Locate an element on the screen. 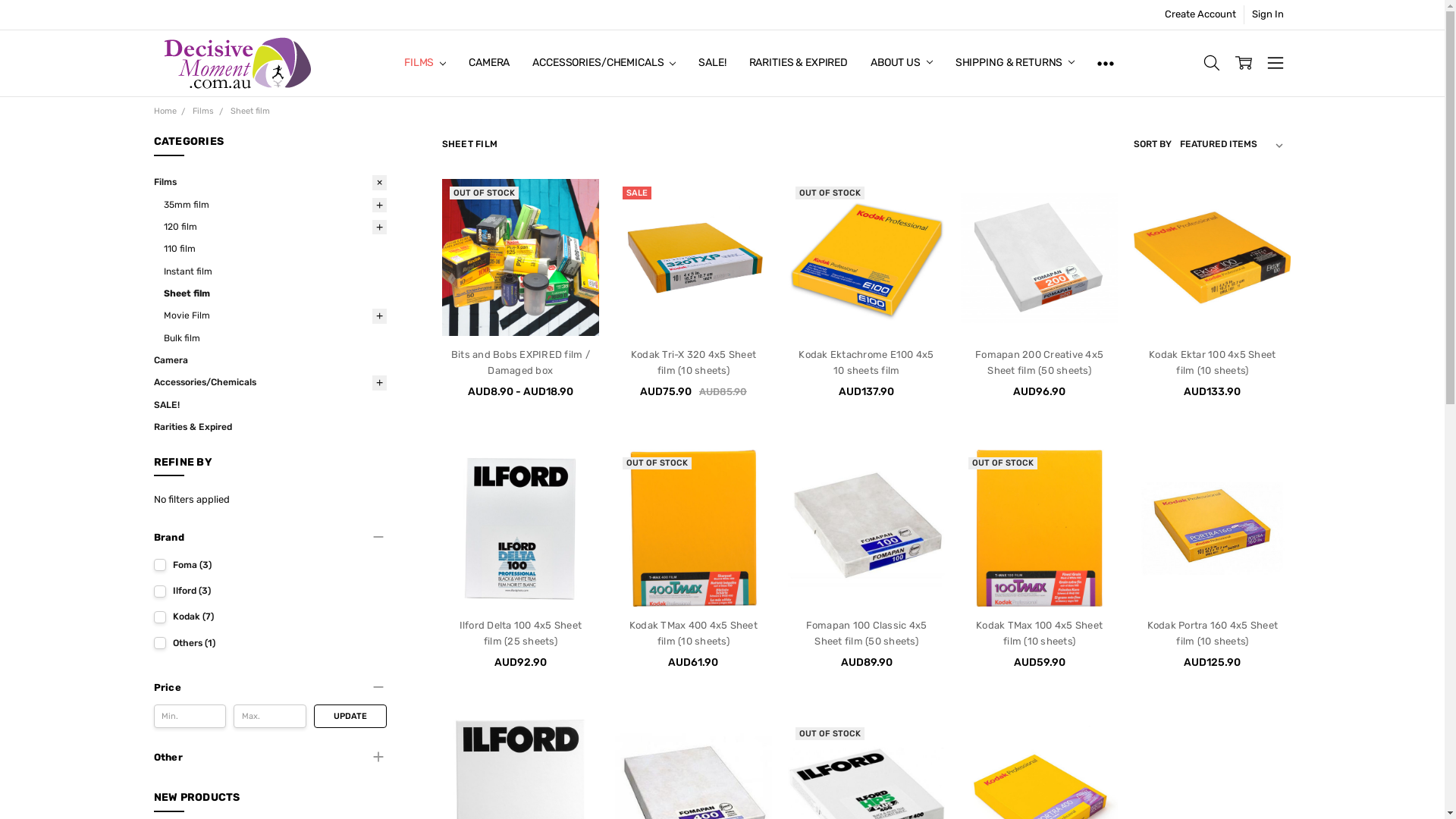  'Movie Film' is located at coordinates (275, 315).